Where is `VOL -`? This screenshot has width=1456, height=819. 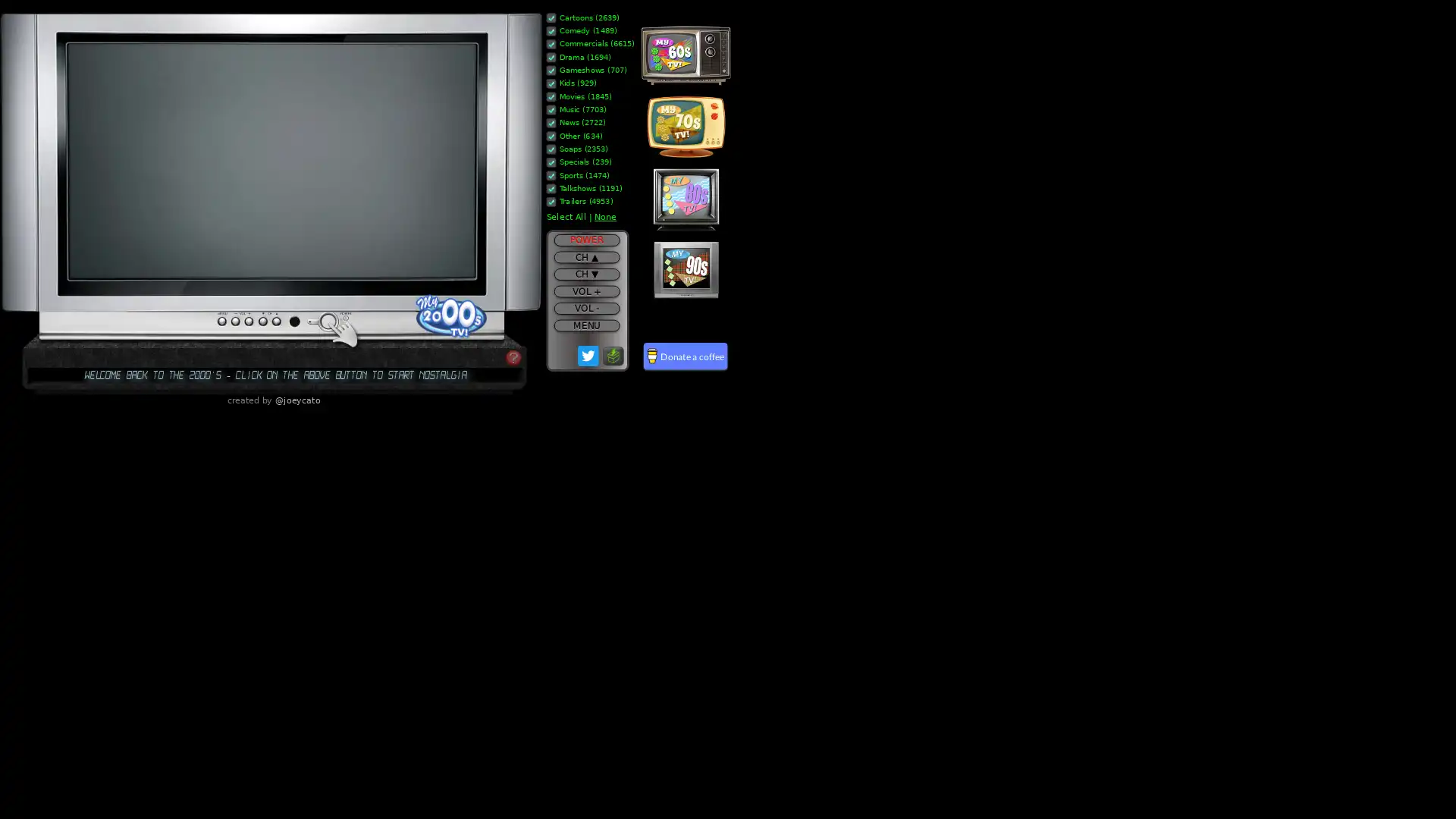 VOL - is located at coordinates (585, 307).